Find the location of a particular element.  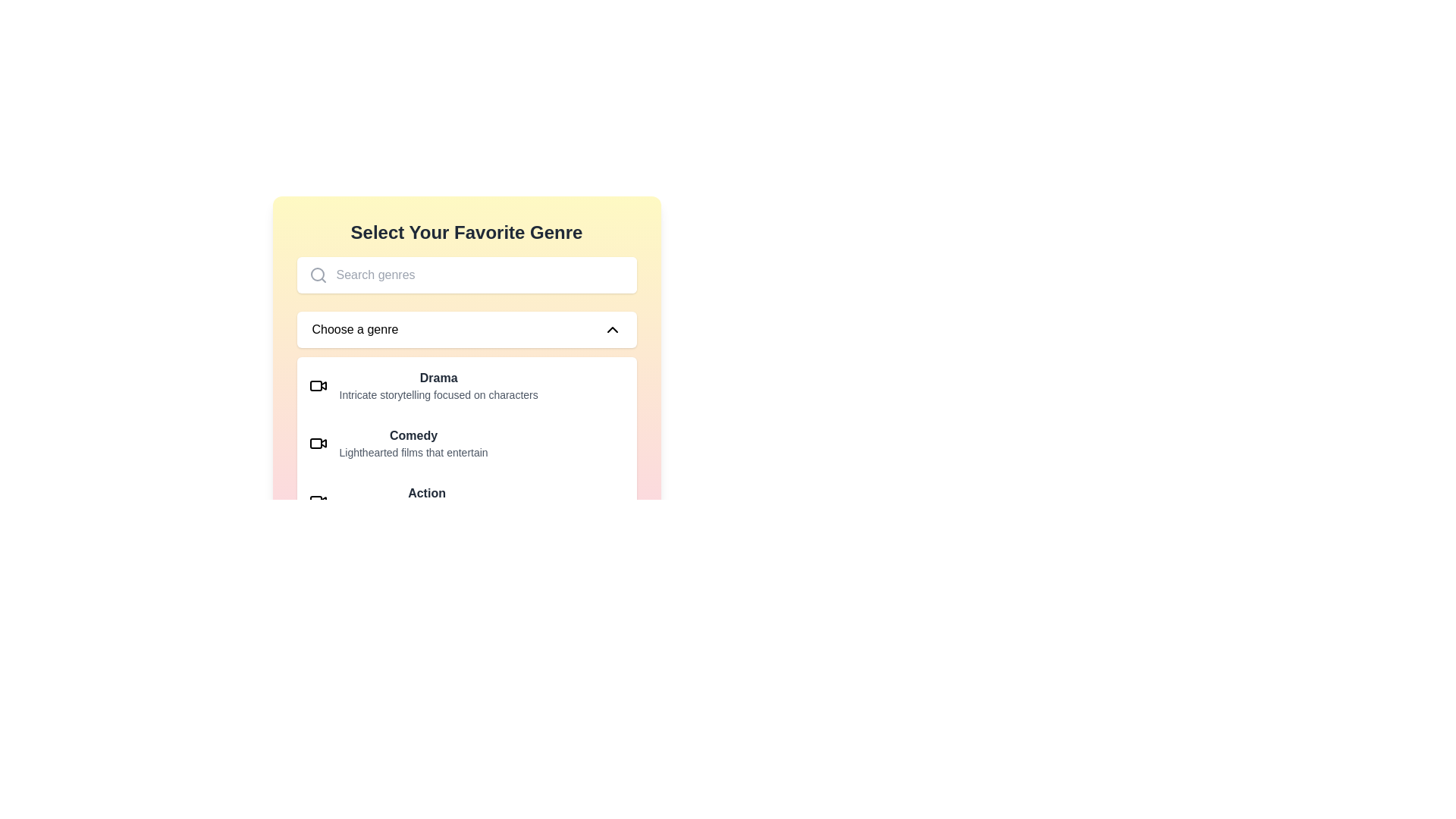

the 'Action' genre icon, which visually represents the genre selection option and is positioned to the left of the 'Action' label is located at coordinates (317, 500).